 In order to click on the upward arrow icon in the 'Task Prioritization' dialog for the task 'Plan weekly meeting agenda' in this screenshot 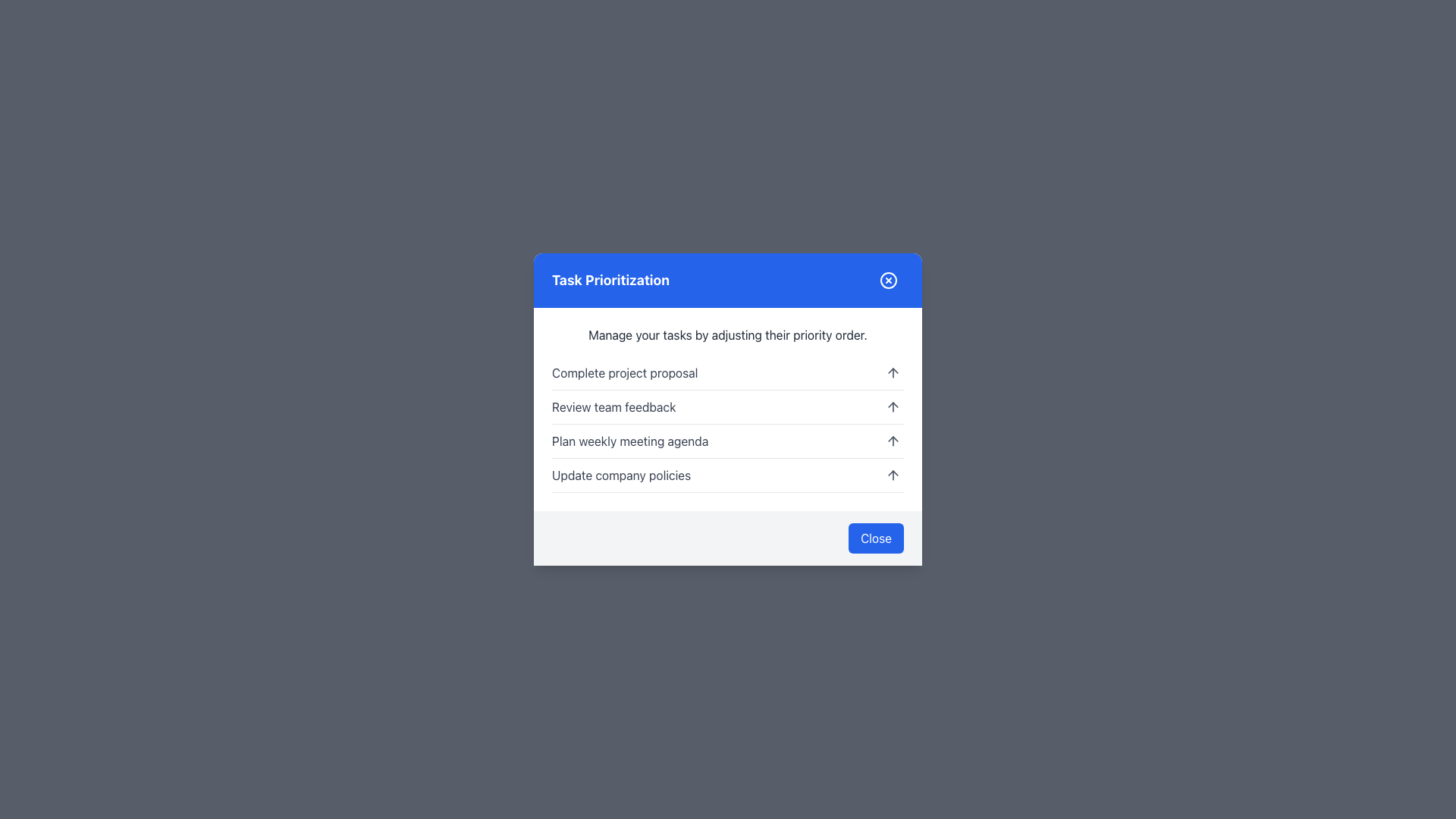, I will do `click(893, 441)`.